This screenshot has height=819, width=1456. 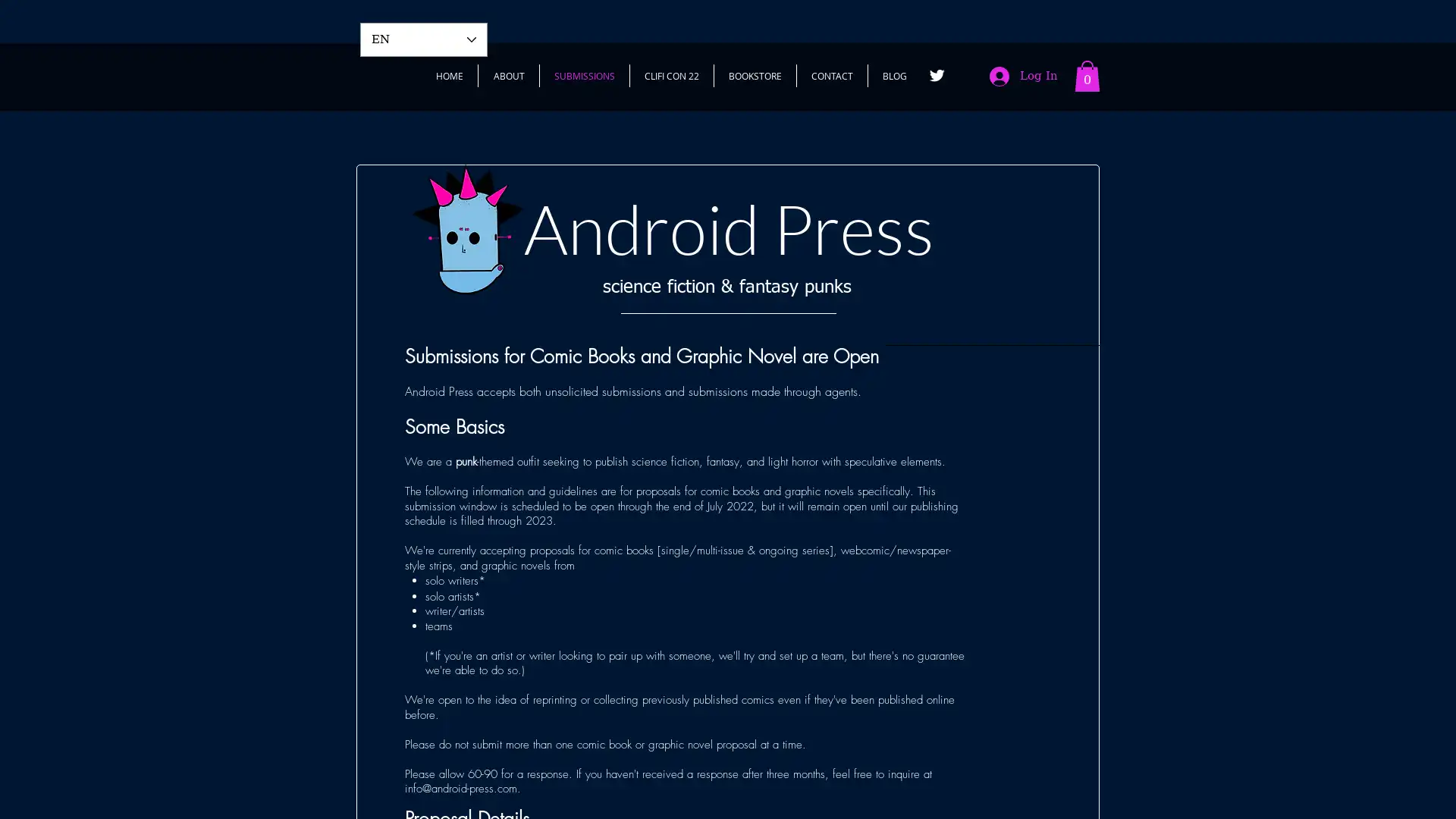 What do you see at coordinates (1023, 76) in the screenshot?
I see `Log In` at bounding box center [1023, 76].